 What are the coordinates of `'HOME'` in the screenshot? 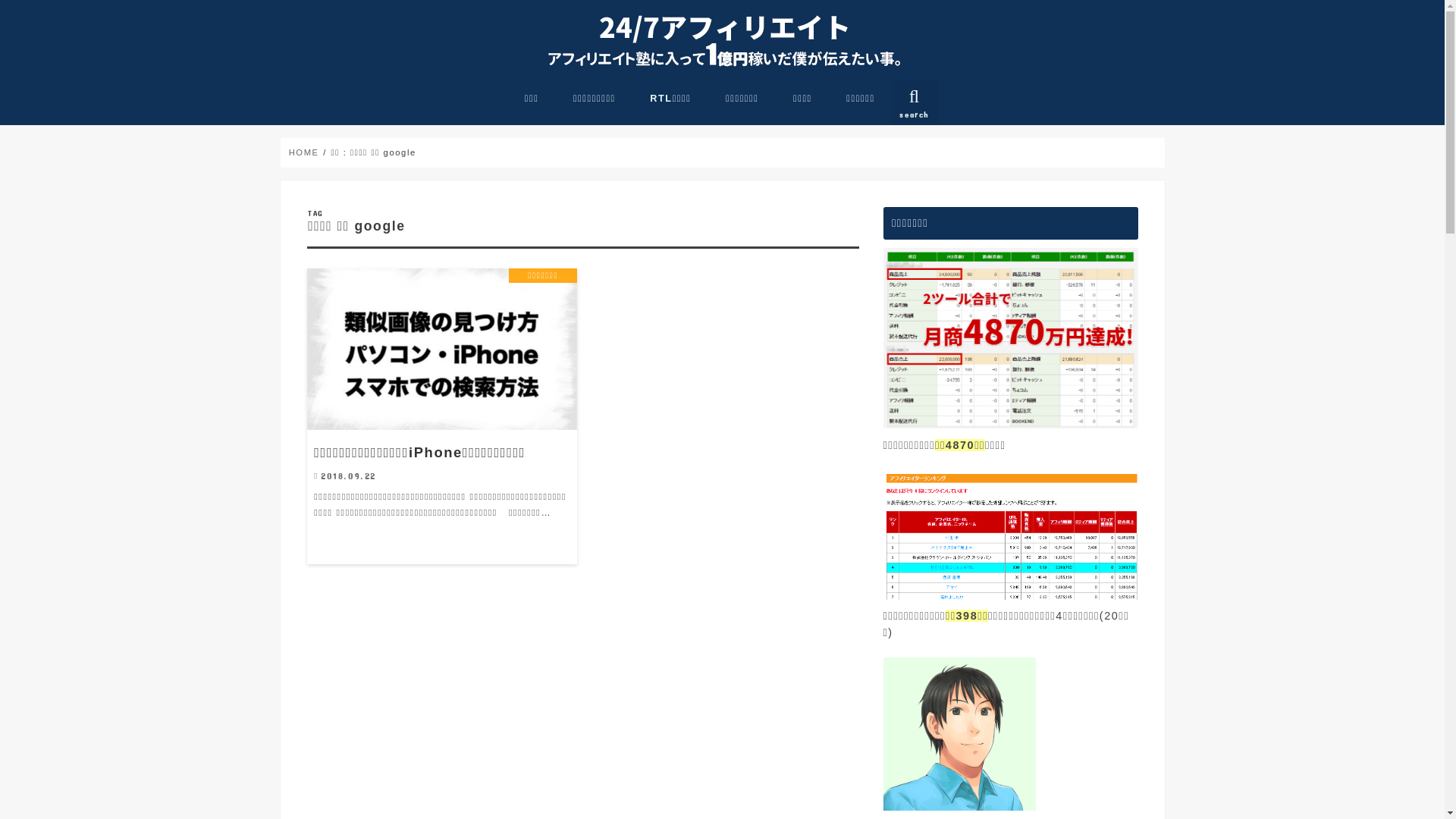 It's located at (303, 152).